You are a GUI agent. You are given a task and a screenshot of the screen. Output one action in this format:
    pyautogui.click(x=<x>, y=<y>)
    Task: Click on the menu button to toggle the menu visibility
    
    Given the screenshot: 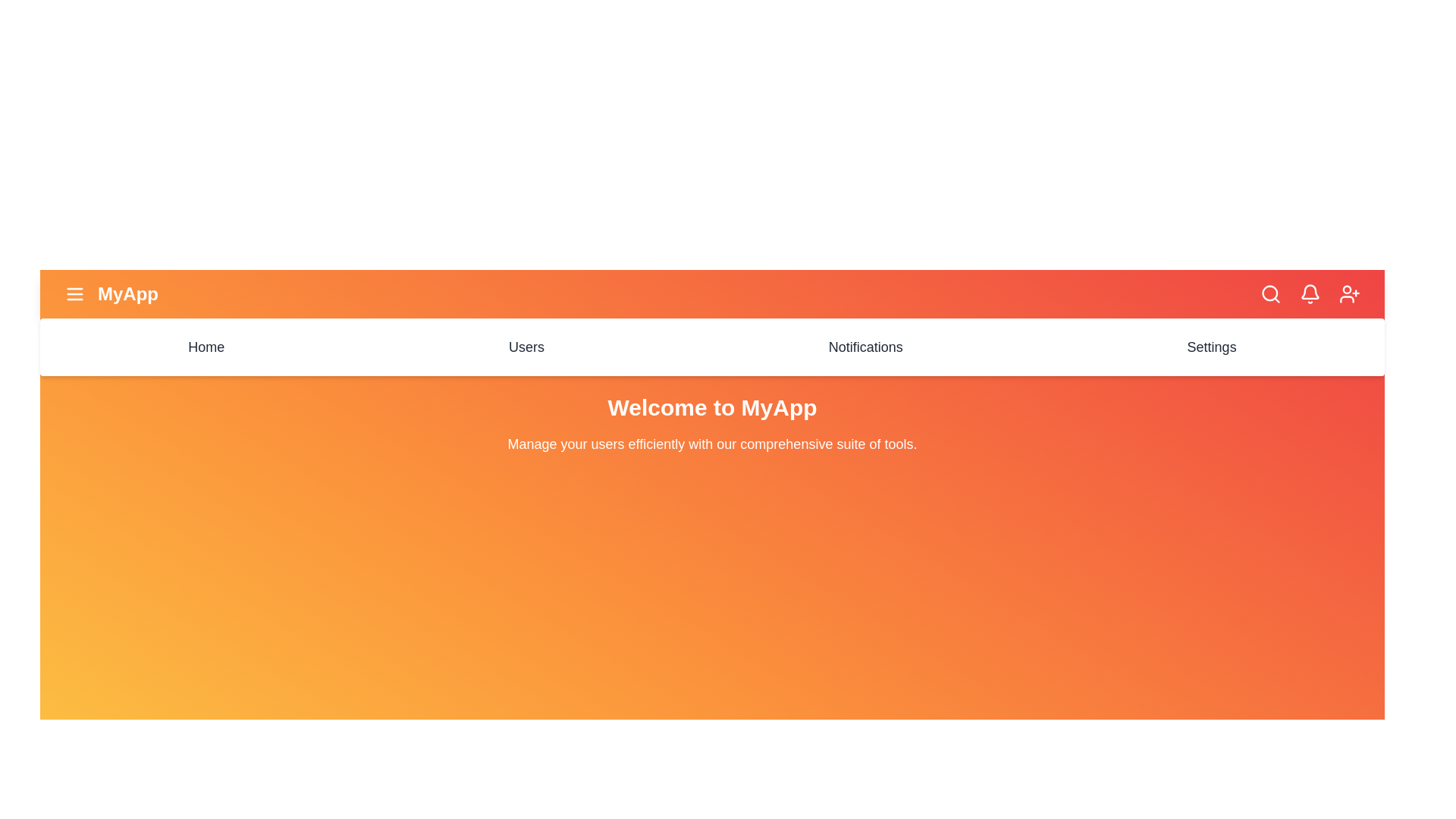 What is the action you would take?
    pyautogui.click(x=74, y=294)
    